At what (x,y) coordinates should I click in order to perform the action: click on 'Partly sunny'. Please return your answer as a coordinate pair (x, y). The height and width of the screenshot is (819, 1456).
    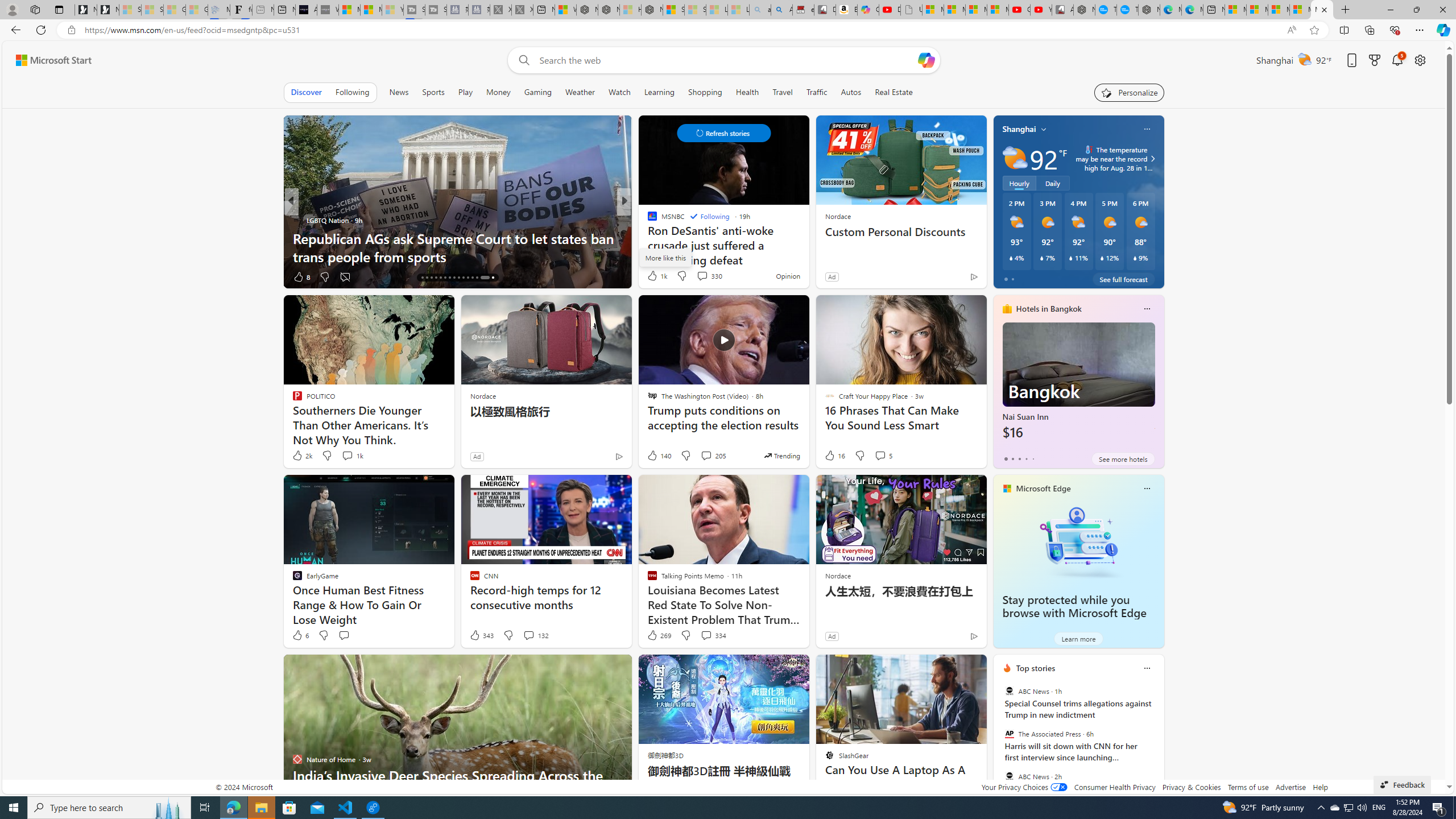
    Looking at the image, I should click on (1015, 158).